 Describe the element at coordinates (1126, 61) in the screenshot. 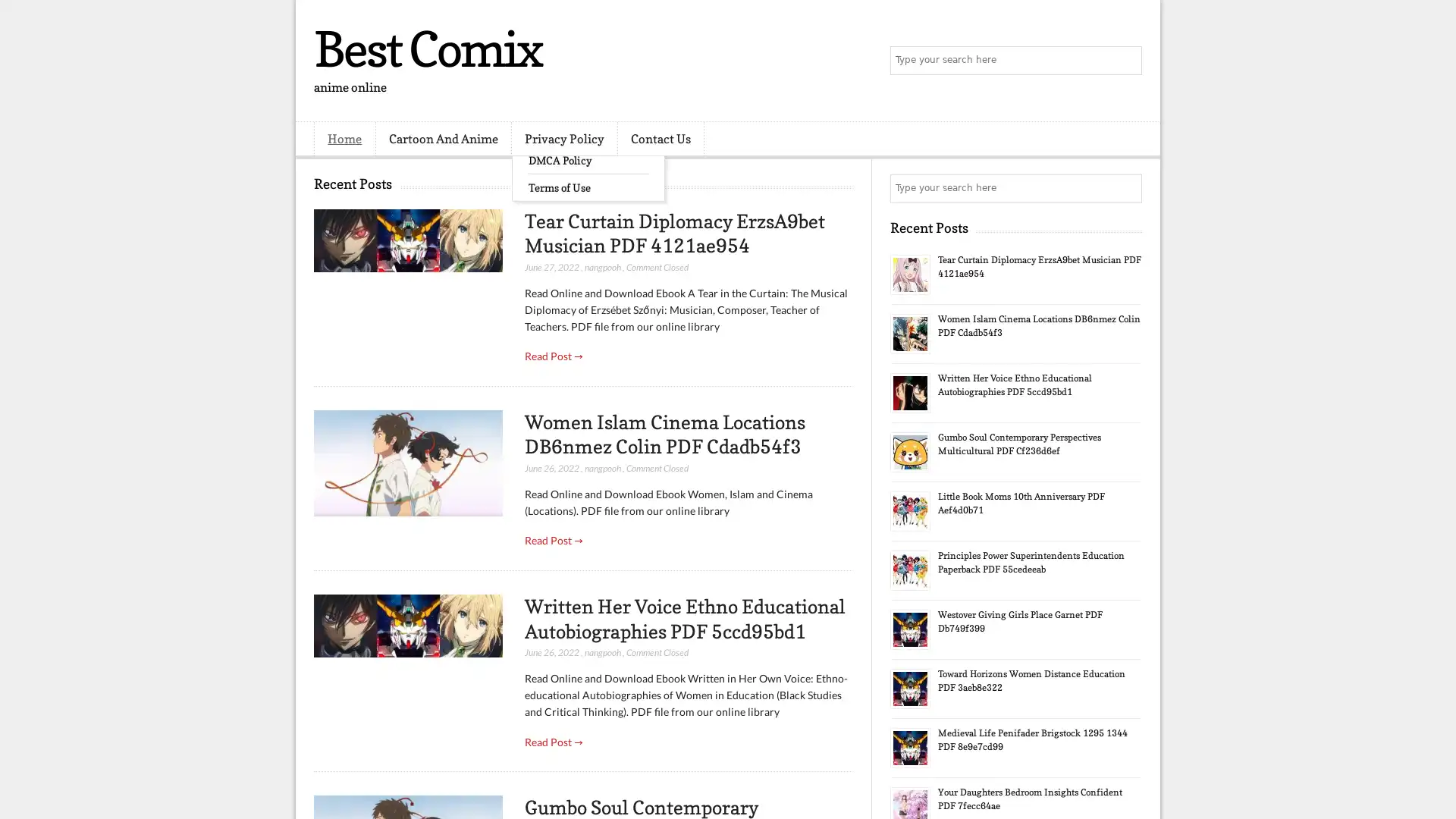

I see `Search` at that location.